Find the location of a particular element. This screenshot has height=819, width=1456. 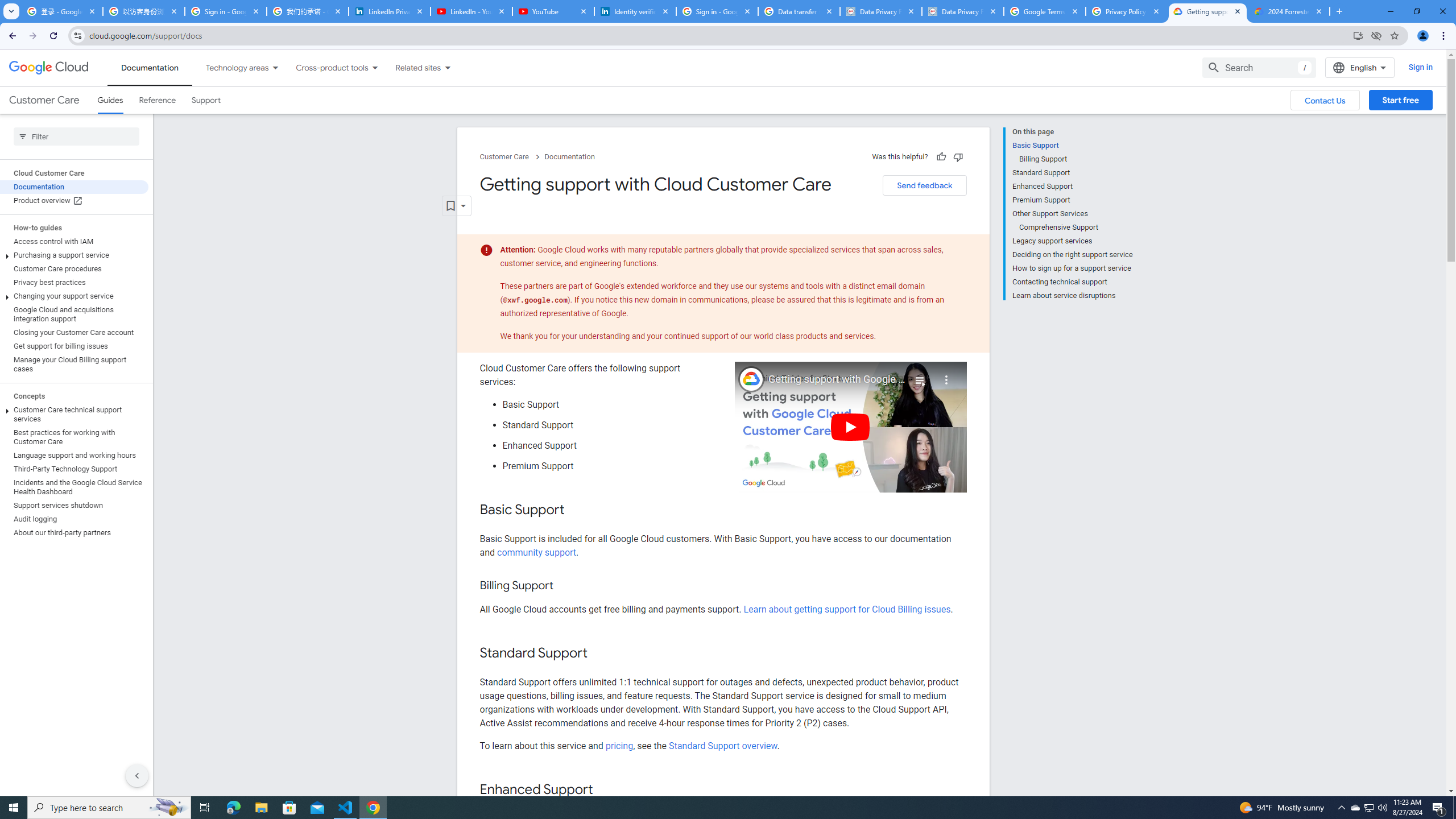

'Product overview' is located at coordinates (74, 200).